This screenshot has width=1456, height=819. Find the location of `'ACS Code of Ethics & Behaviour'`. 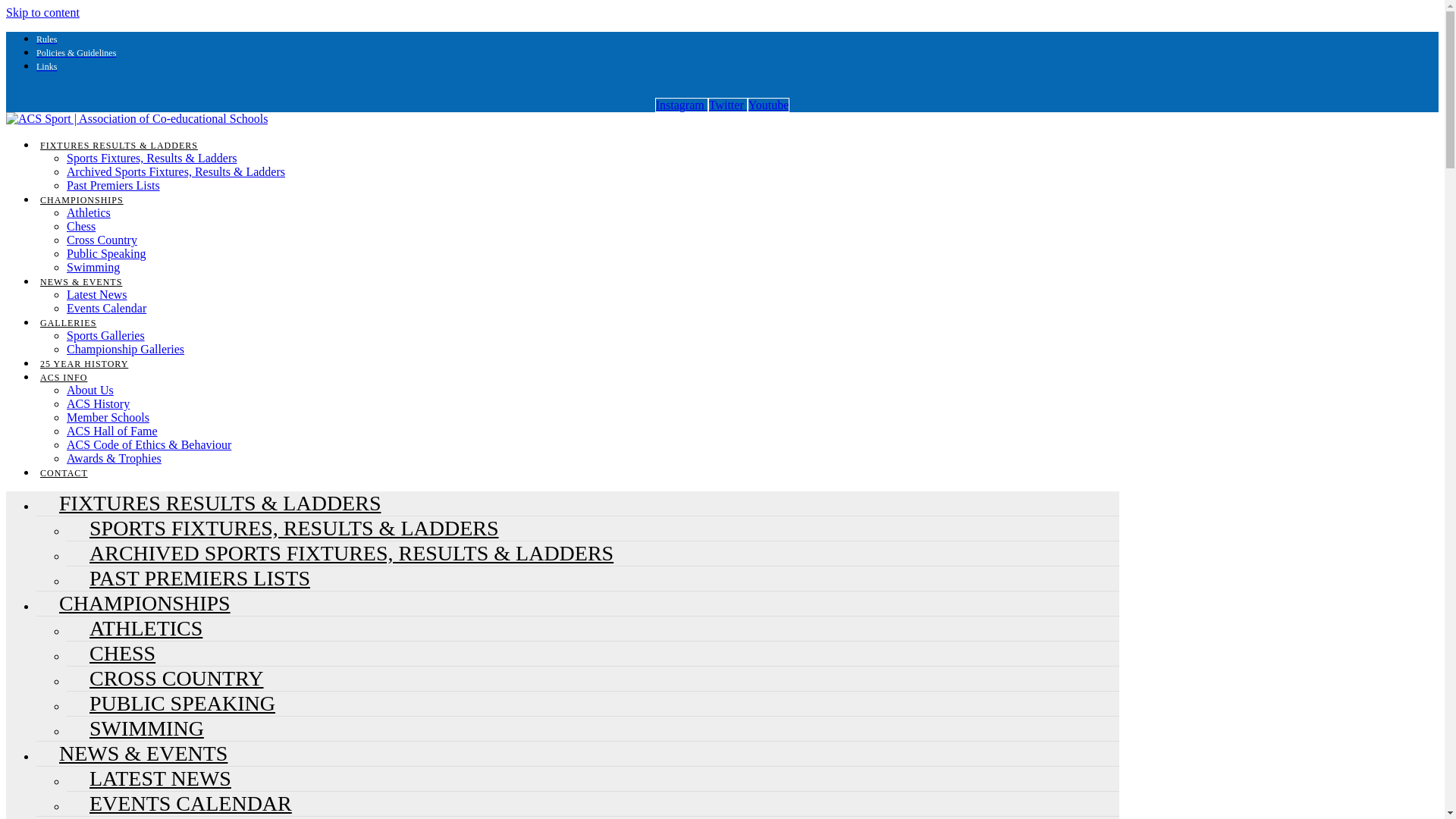

'ACS Code of Ethics & Behaviour' is located at coordinates (149, 444).